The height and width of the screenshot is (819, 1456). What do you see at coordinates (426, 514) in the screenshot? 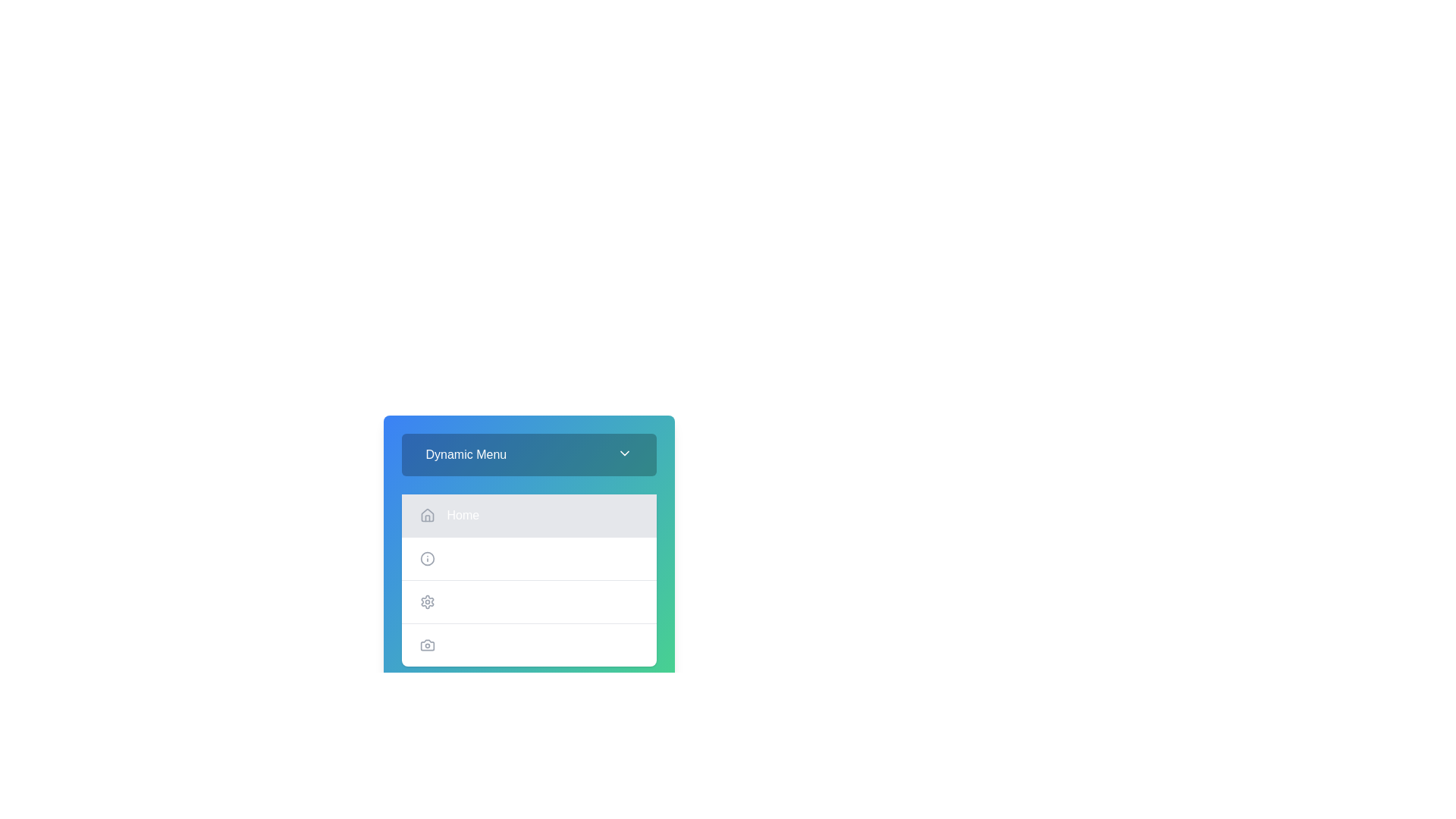
I see `the house icon in the menu, which is styled in a simple linear design and has a gray tone, located to the left of the 'Home' text label` at bounding box center [426, 514].